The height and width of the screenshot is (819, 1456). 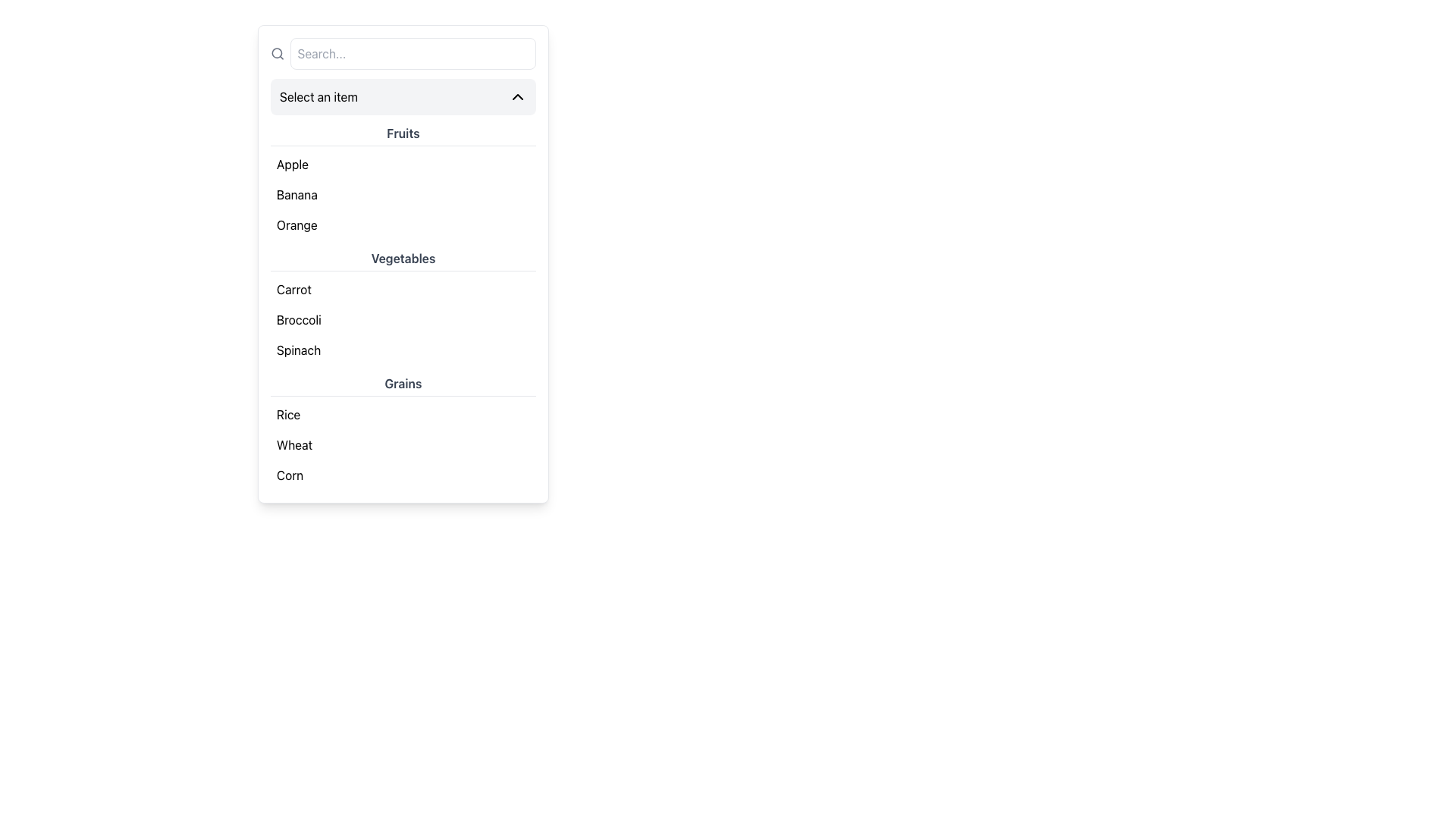 What do you see at coordinates (299, 318) in the screenshot?
I see `the selectable menu item labeled 'Broccoli'` at bounding box center [299, 318].